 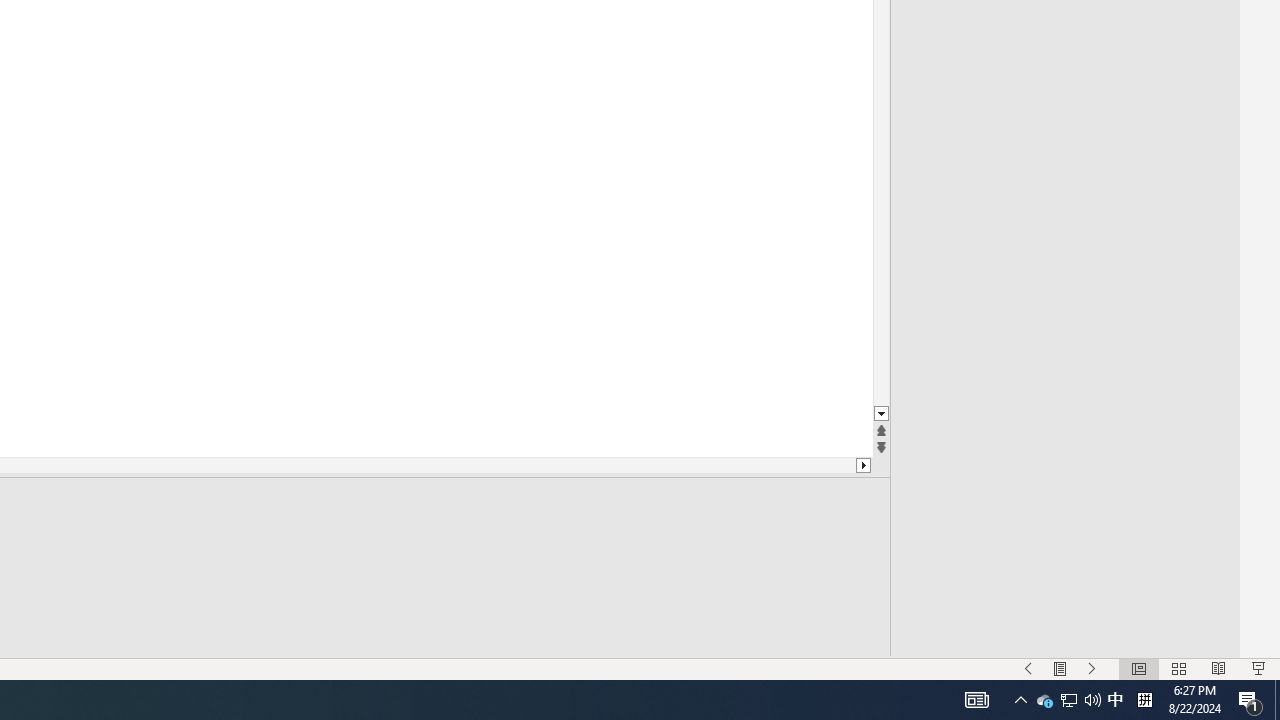 What do you see at coordinates (1091, 669) in the screenshot?
I see `'Slide Show Next On'` at bounding box center [1091, 669].